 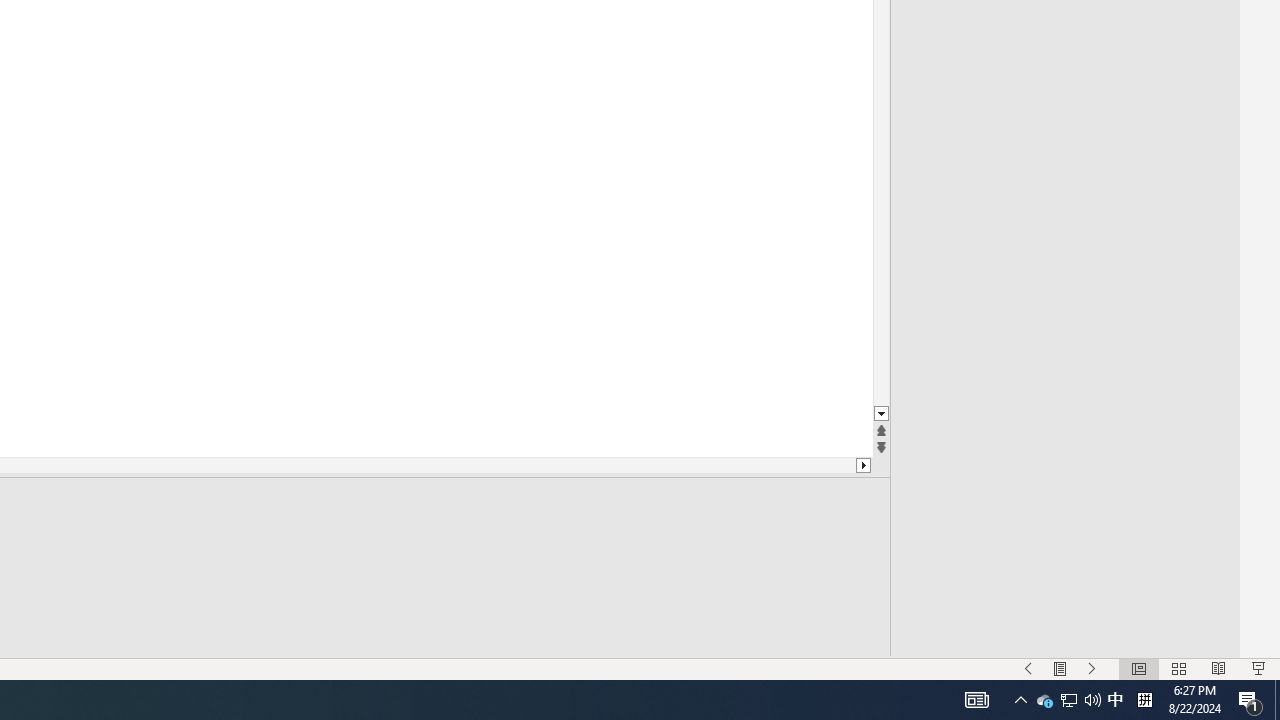 What do you see at coordinates (1091, 669) in the screenshot?
I see `'Slide Show Next On'` at bounding box center [1091, 669].